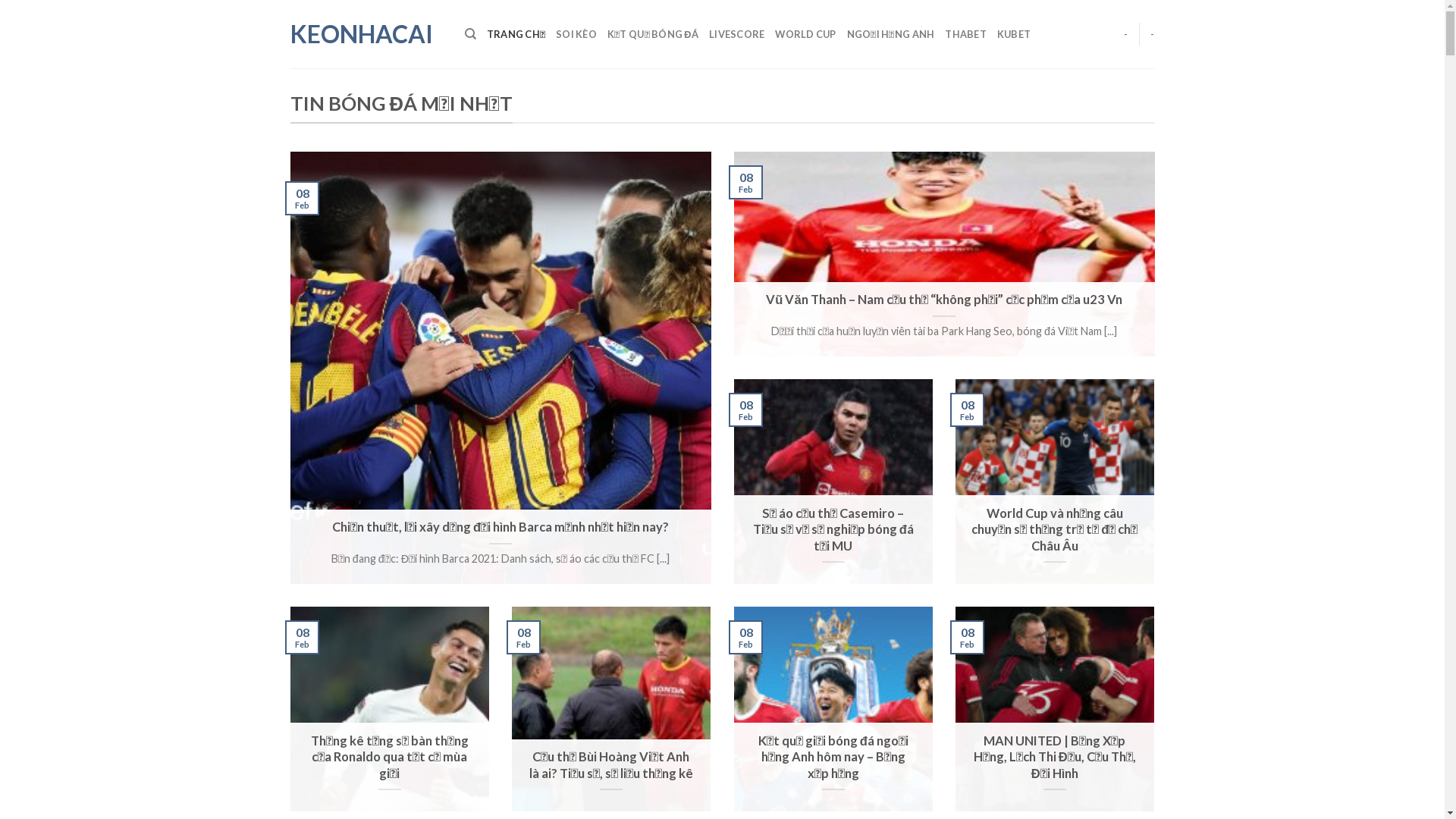 This screenshot has height=819, width=1456. What do you see at coordinates (1152, 34) in the screenshot?
I see `'-'` at bounding box center [1152, 34].